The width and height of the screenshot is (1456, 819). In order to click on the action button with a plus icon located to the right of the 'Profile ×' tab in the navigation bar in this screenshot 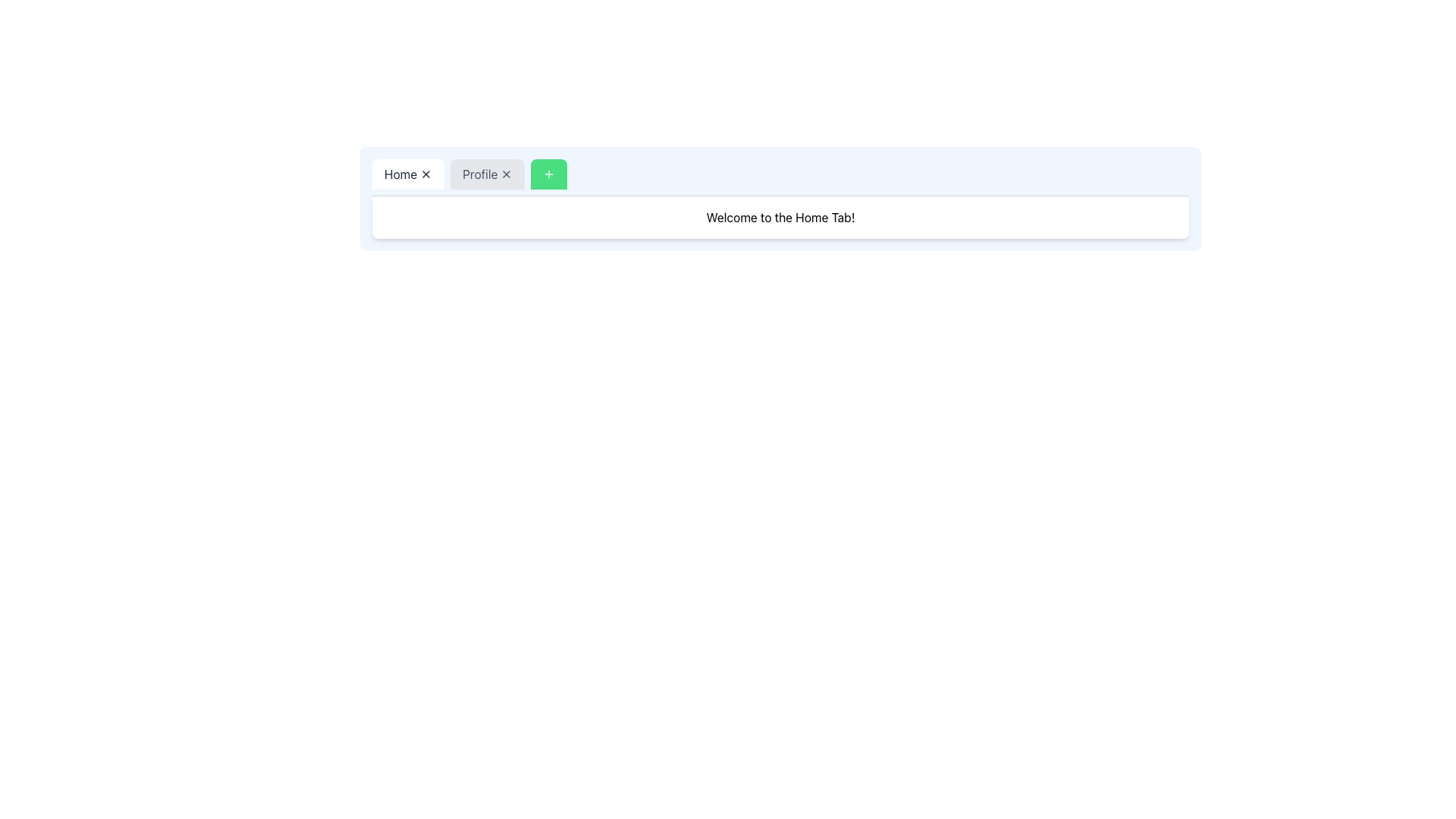, I will do `click(548, 174)`.